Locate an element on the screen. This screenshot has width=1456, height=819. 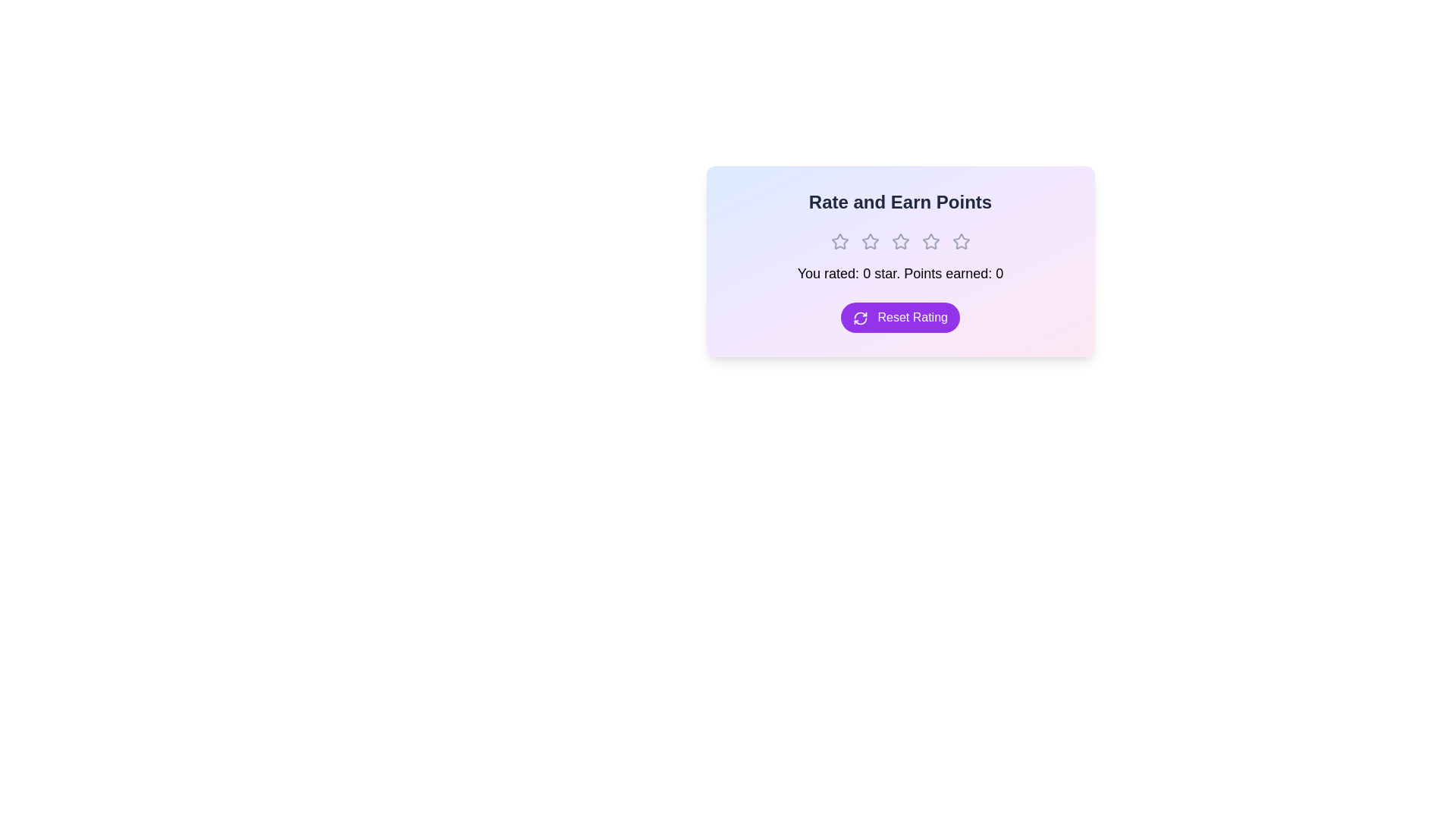
the 'Reset Rating' button to clear the current rating is located at coordinates (900, 317).